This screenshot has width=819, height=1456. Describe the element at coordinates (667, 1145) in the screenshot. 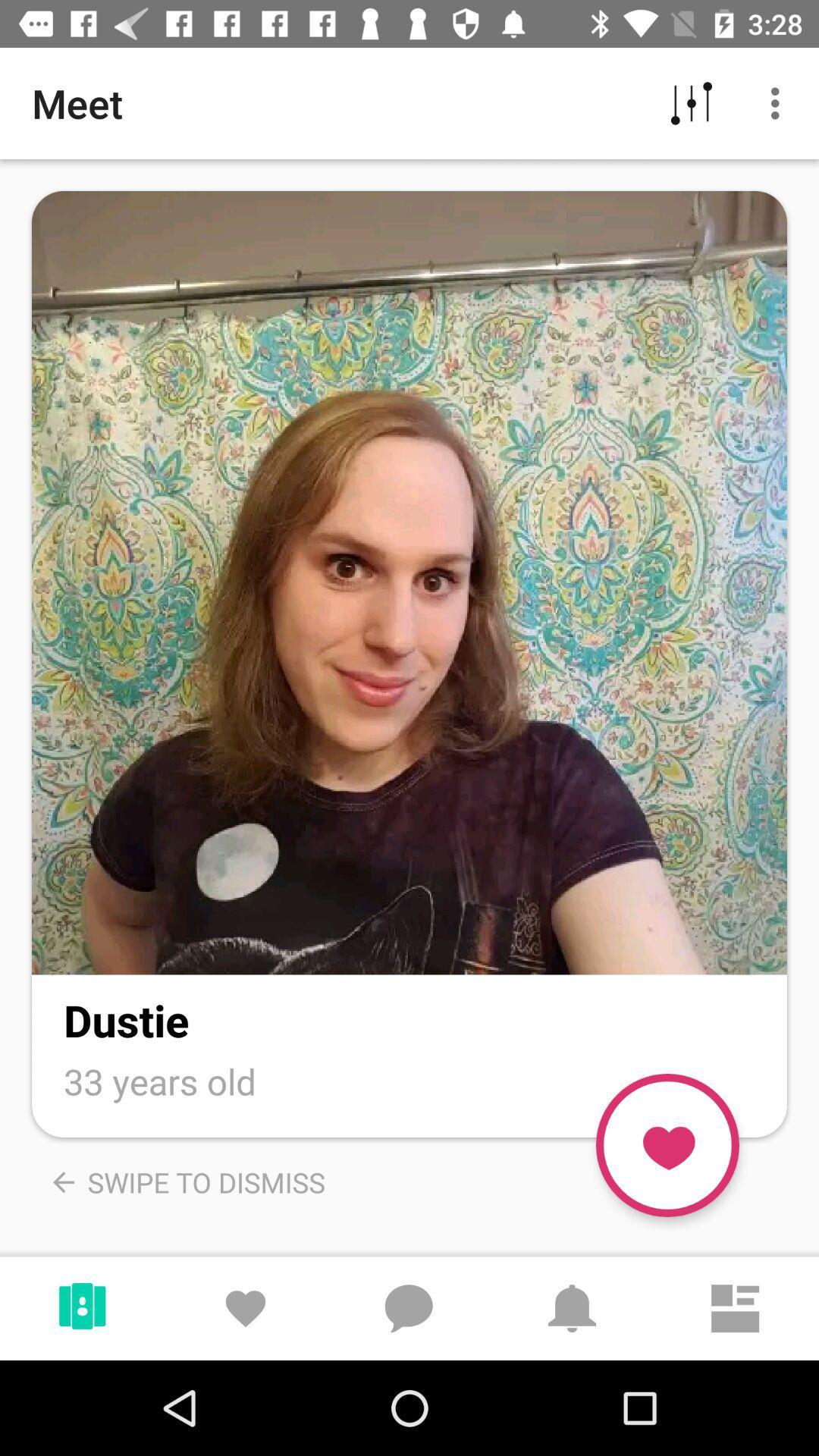

I see `like user` at that location.